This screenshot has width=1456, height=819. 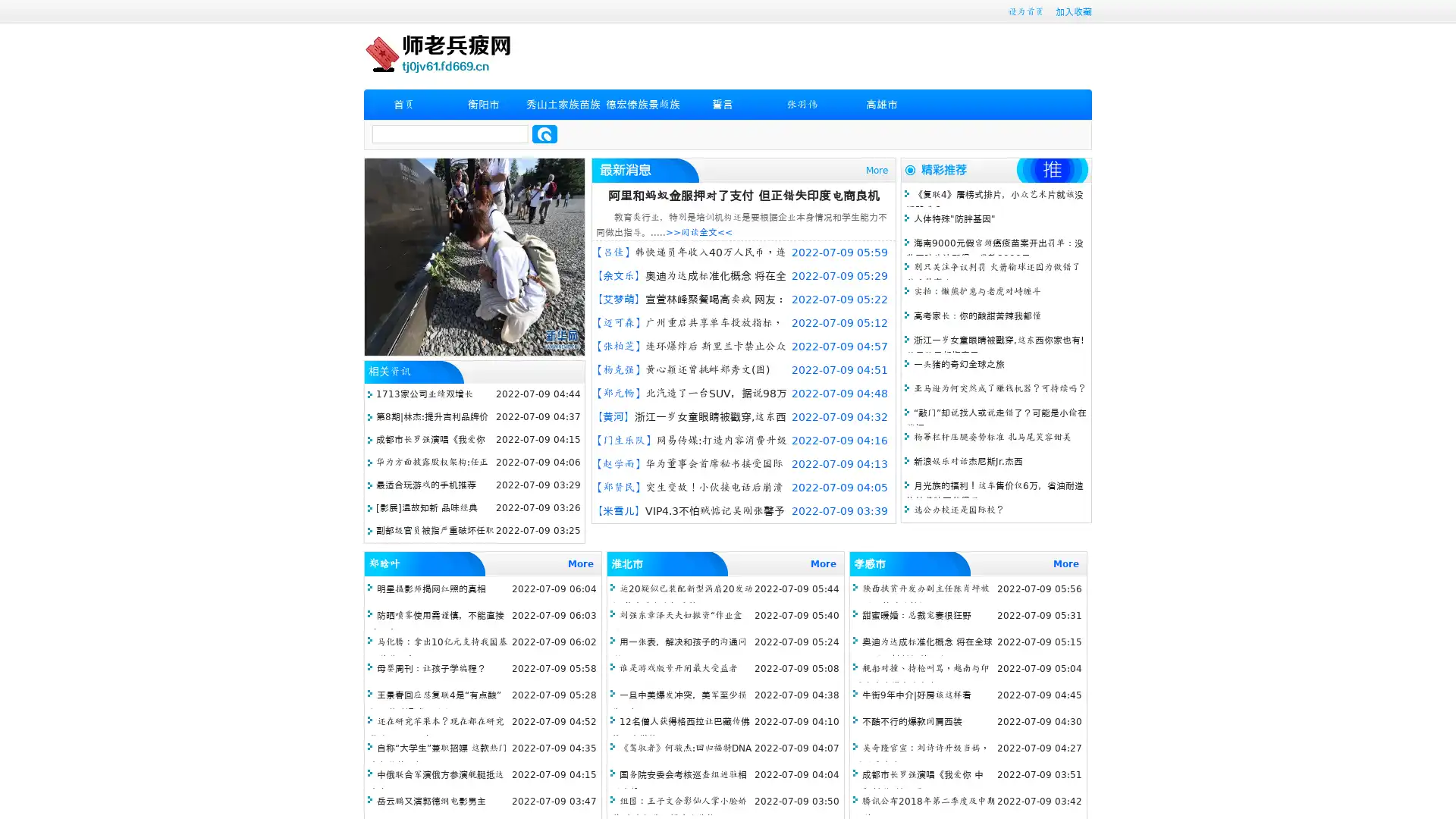 What do you see at coordinates (544, 133) in the screenshot?
I see `Search` at bounding box center [544, 133].